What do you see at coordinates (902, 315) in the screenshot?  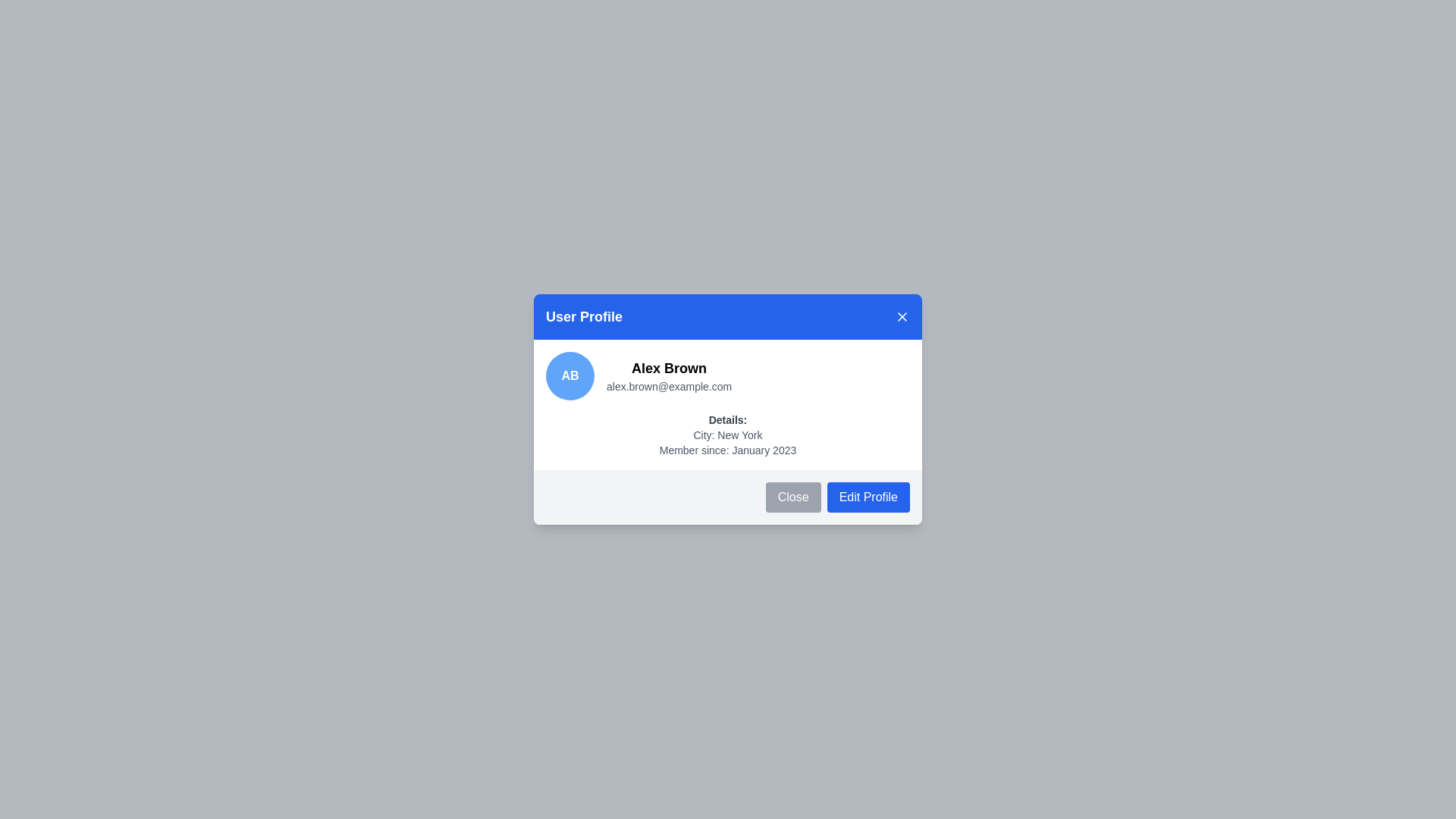 I see `the close button located at the top-right corner of the 'User Profile' modal header` at bounding box center [902, 315].